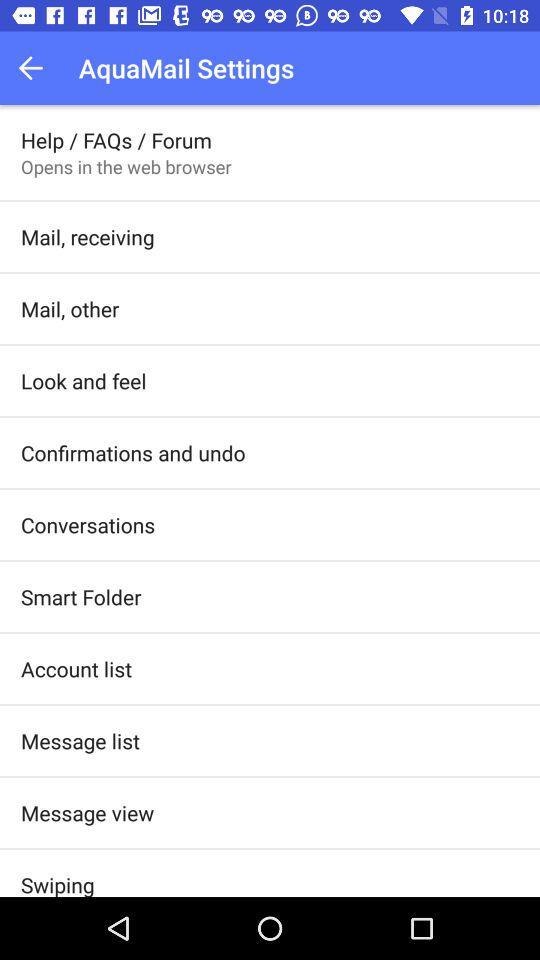 The width and height of the screenshot is (540, 960). Describe the element at coordinates (126, 165) in the screenshot. I see `opens in the icon` at that location.